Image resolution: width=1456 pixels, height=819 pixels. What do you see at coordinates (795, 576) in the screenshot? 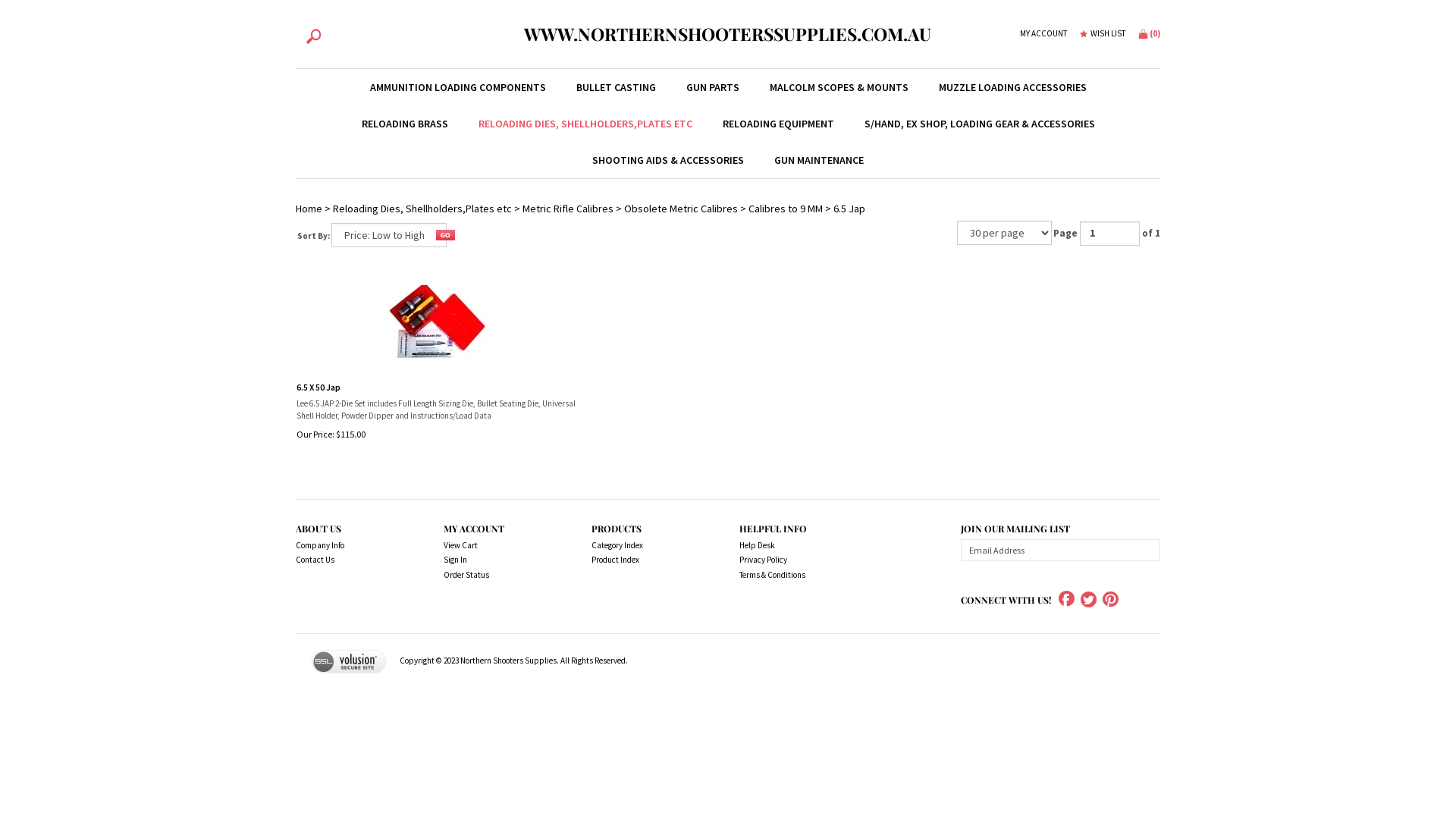
I see `'Terms & Conditions'` at bounding box center [795, 576].